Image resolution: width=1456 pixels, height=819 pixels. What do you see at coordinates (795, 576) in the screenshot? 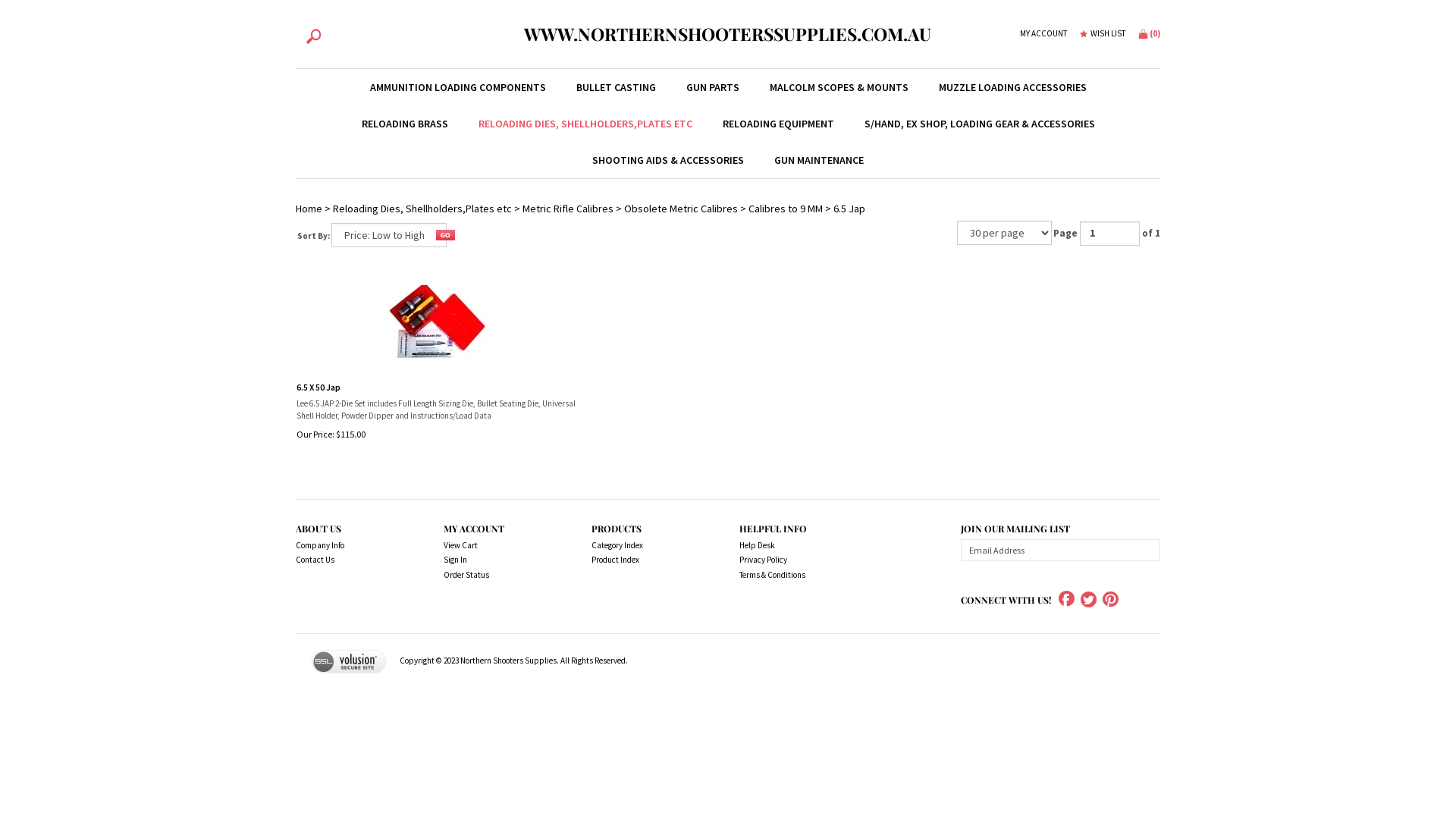
I see `'Terms & Conditions'` at bounding box center [795, 576].